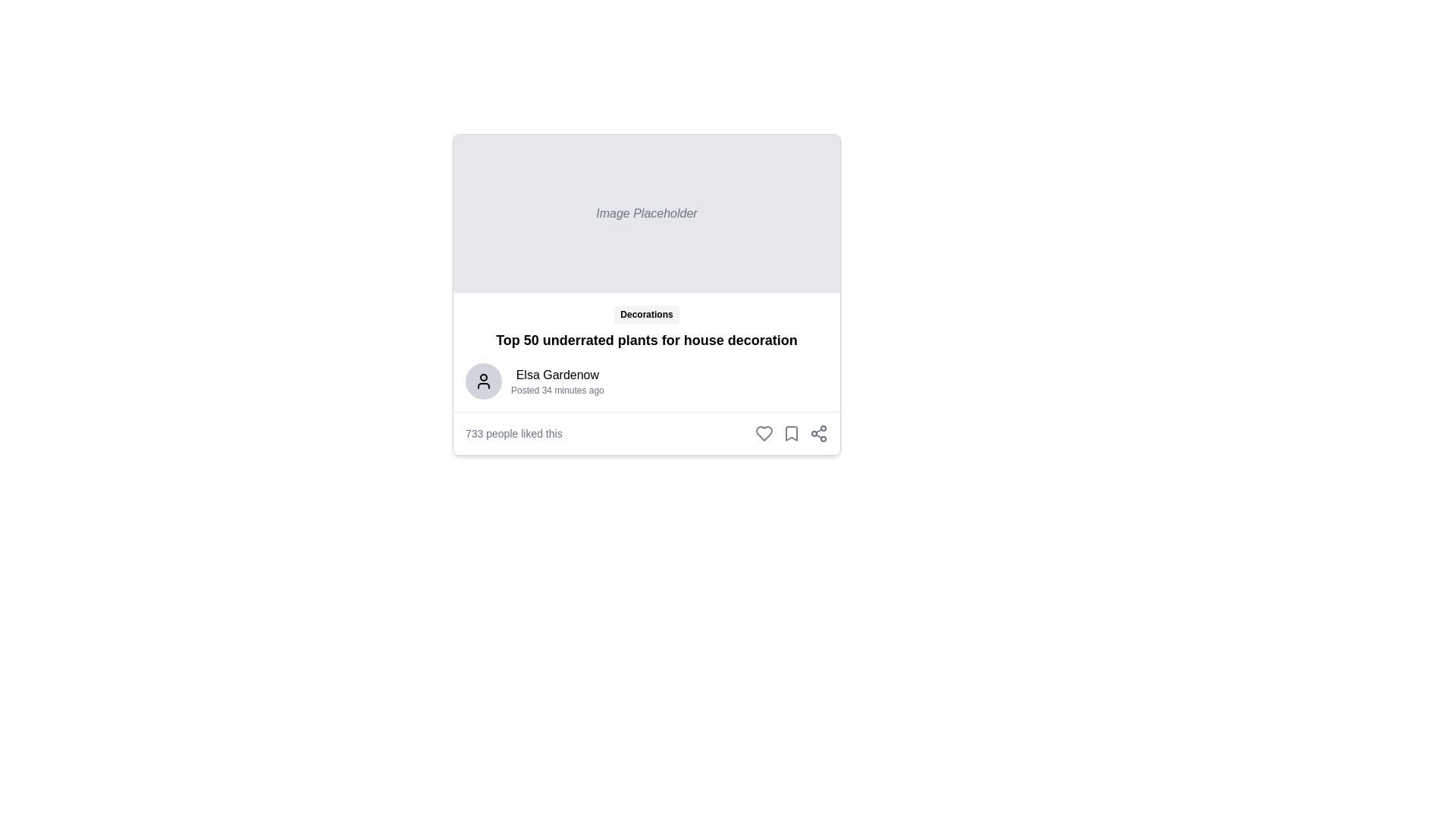 The image size is (1456, 819). I want to click on the share button, which is the third interactive icon on the far-right end of its row, allowing users to share the current content, so click(818, 433).